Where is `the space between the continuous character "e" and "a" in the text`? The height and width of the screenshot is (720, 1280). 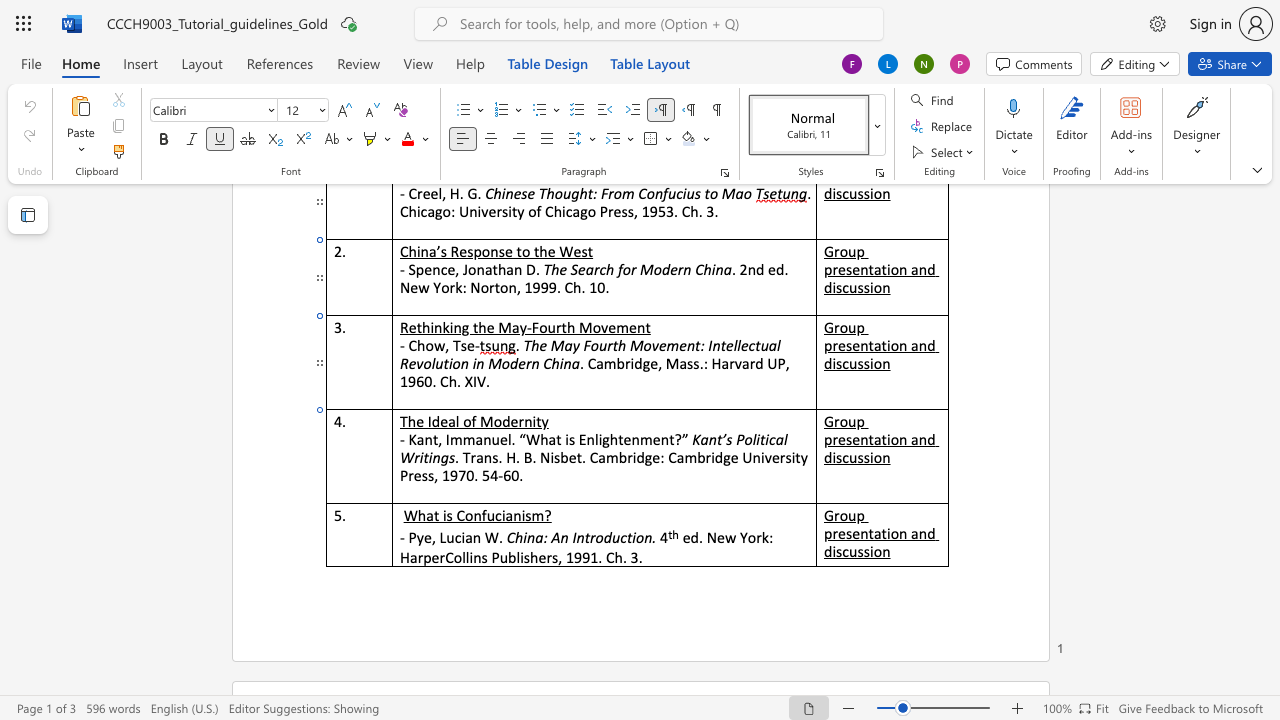
the space between the continuous character "e" and "a" in the text is located at coordinates (447, 420).